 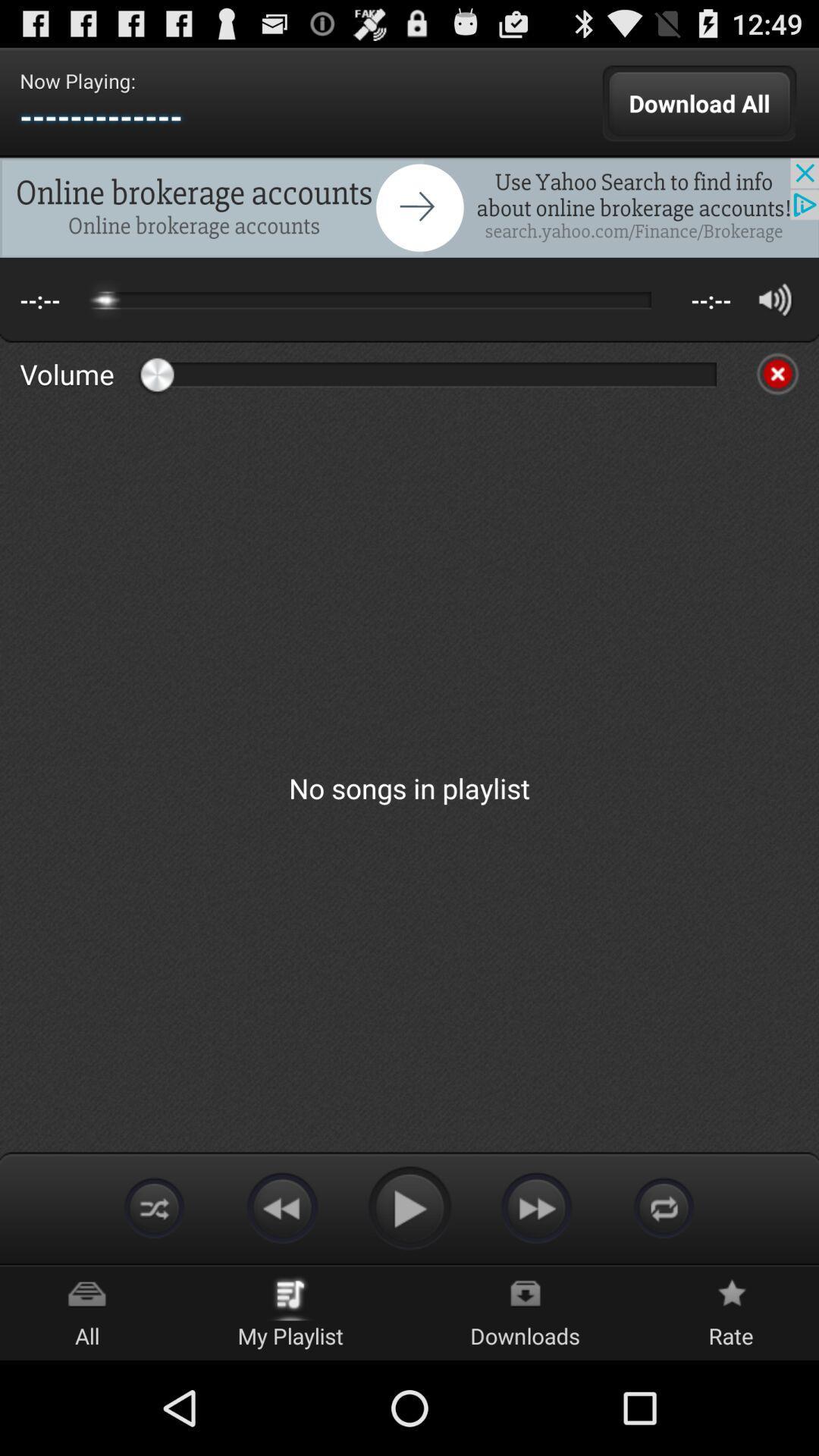 I want to click on fast forward, so click(x=536, y=1207).